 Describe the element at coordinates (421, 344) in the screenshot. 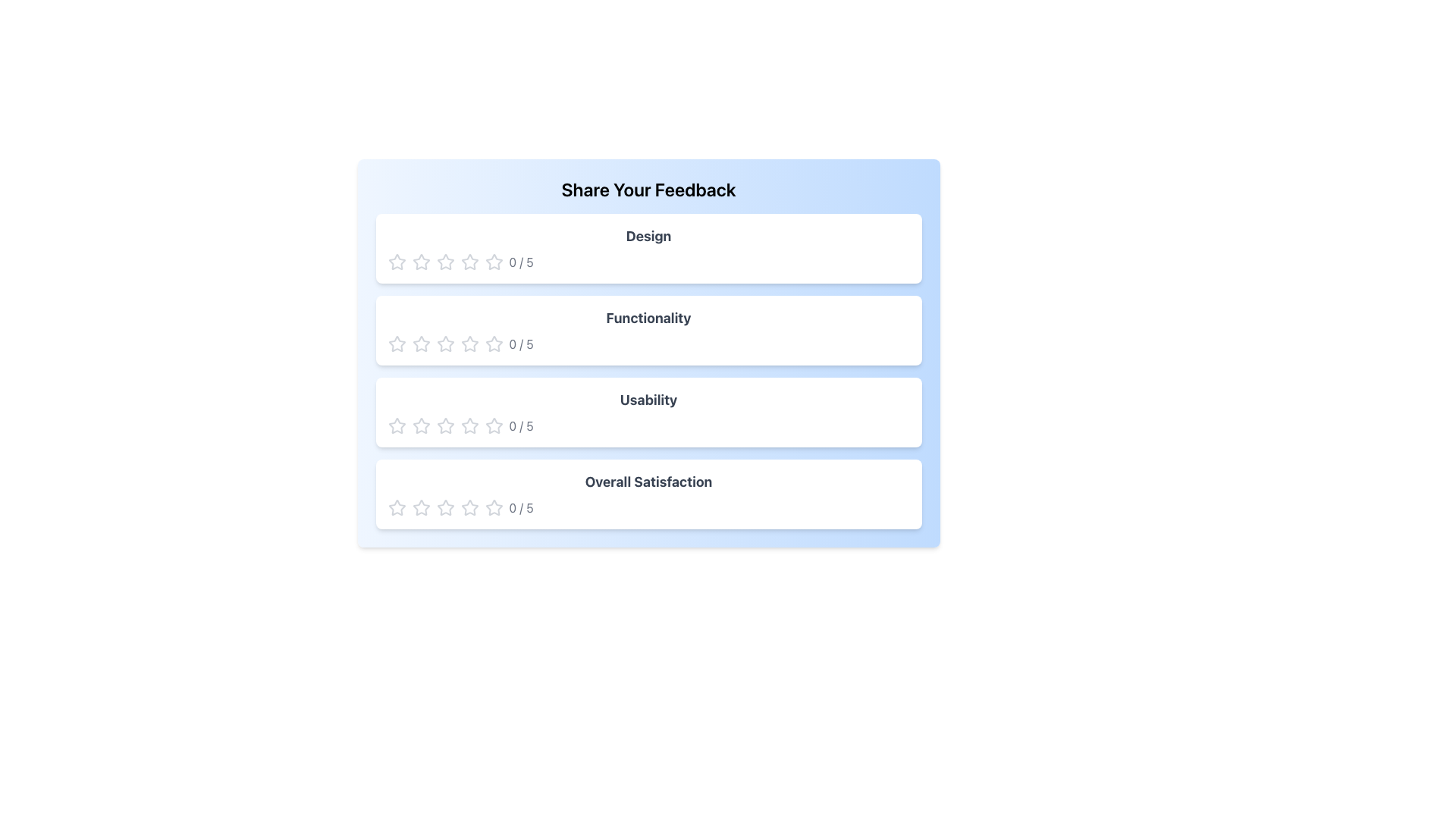

I see `the second star in the 'Functionality' section` at that location.